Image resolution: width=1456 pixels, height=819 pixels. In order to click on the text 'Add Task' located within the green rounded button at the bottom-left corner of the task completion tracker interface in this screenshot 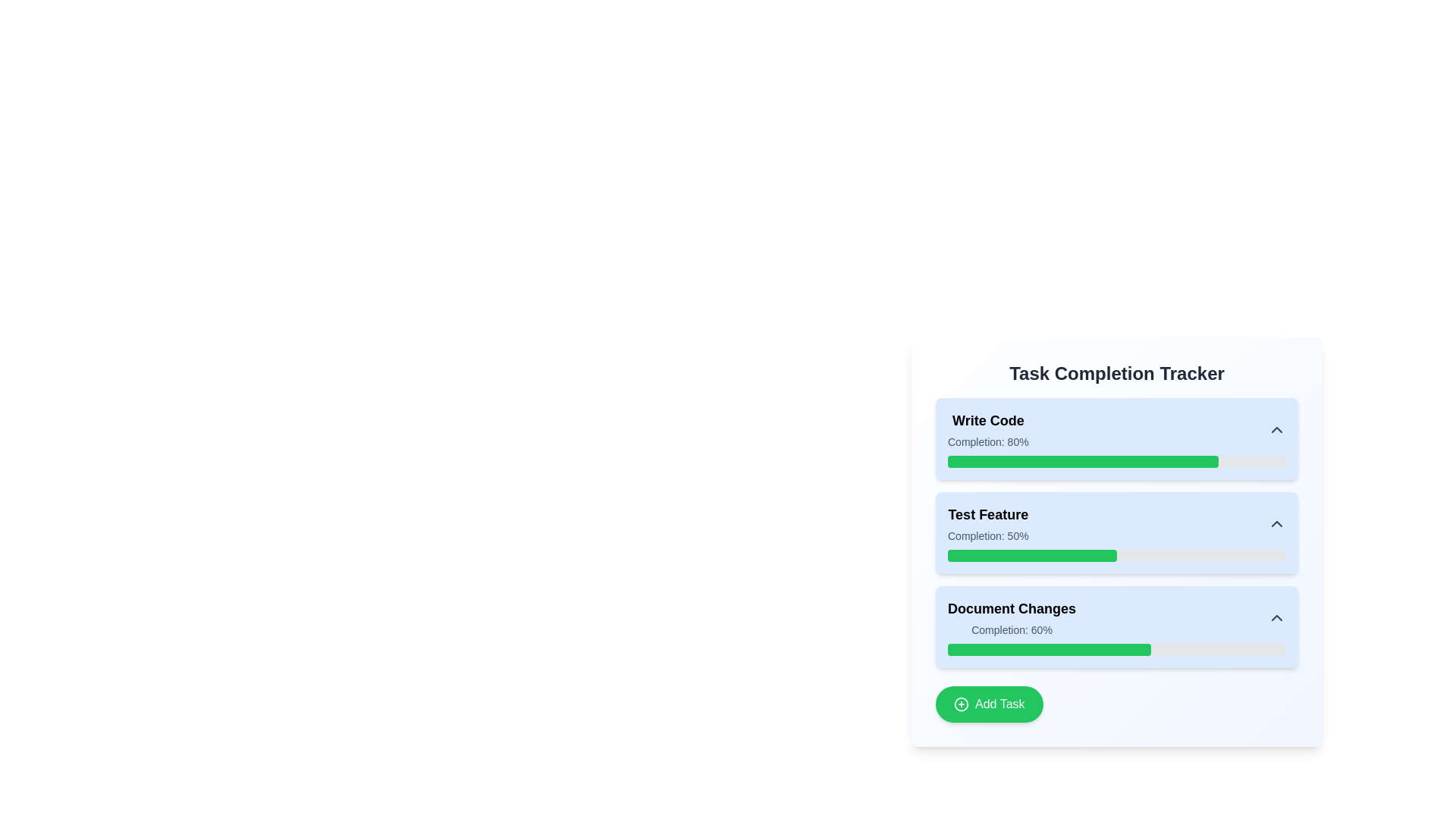, I will do `click(999, 704)`.